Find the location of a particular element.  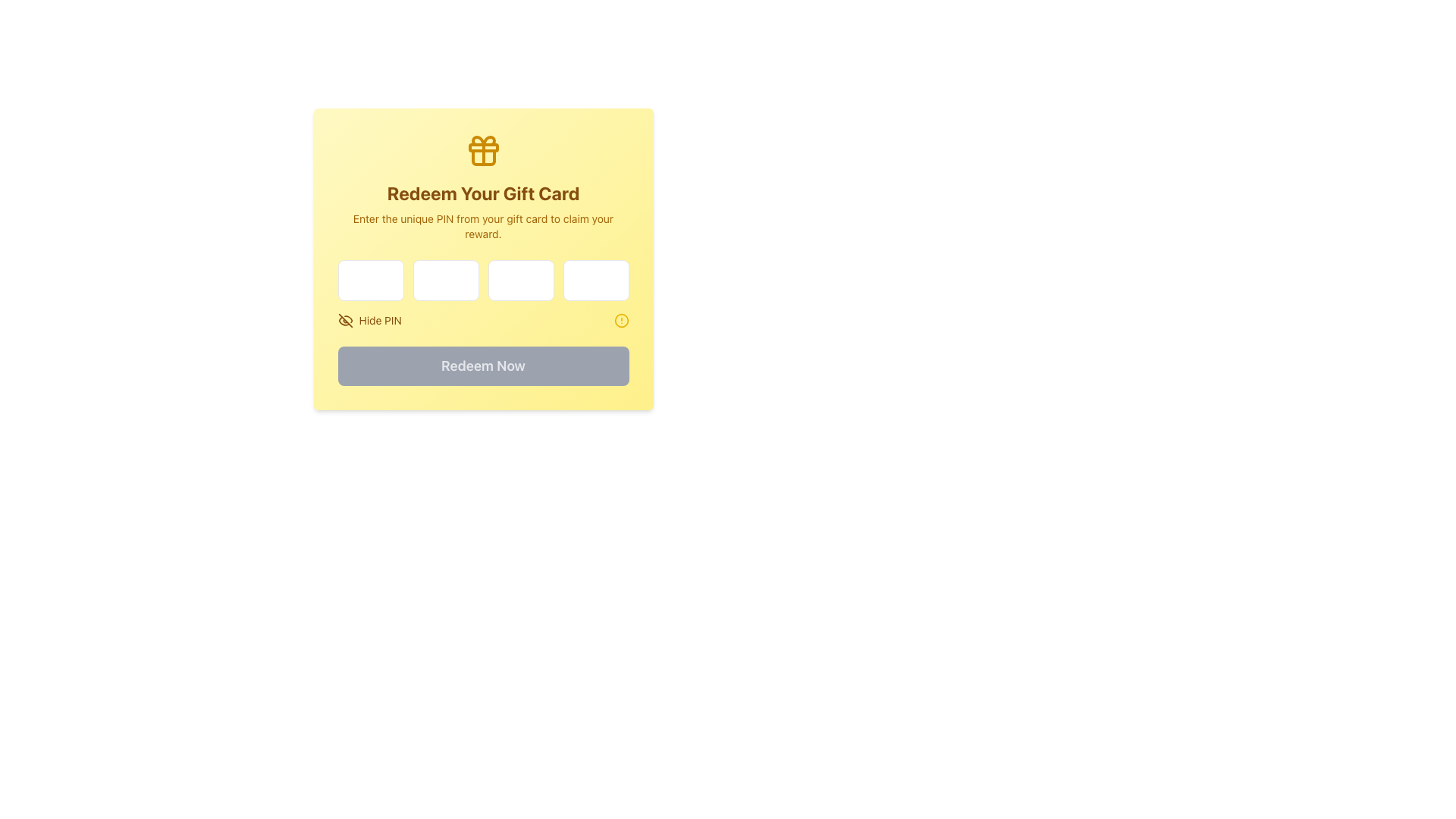

the visibility toggle icon, which resembles a stylized eye with a slash motif, located to the left of the 'Hide PIN' text label beneath the PIN input fields is located at coordinates (343, 320).